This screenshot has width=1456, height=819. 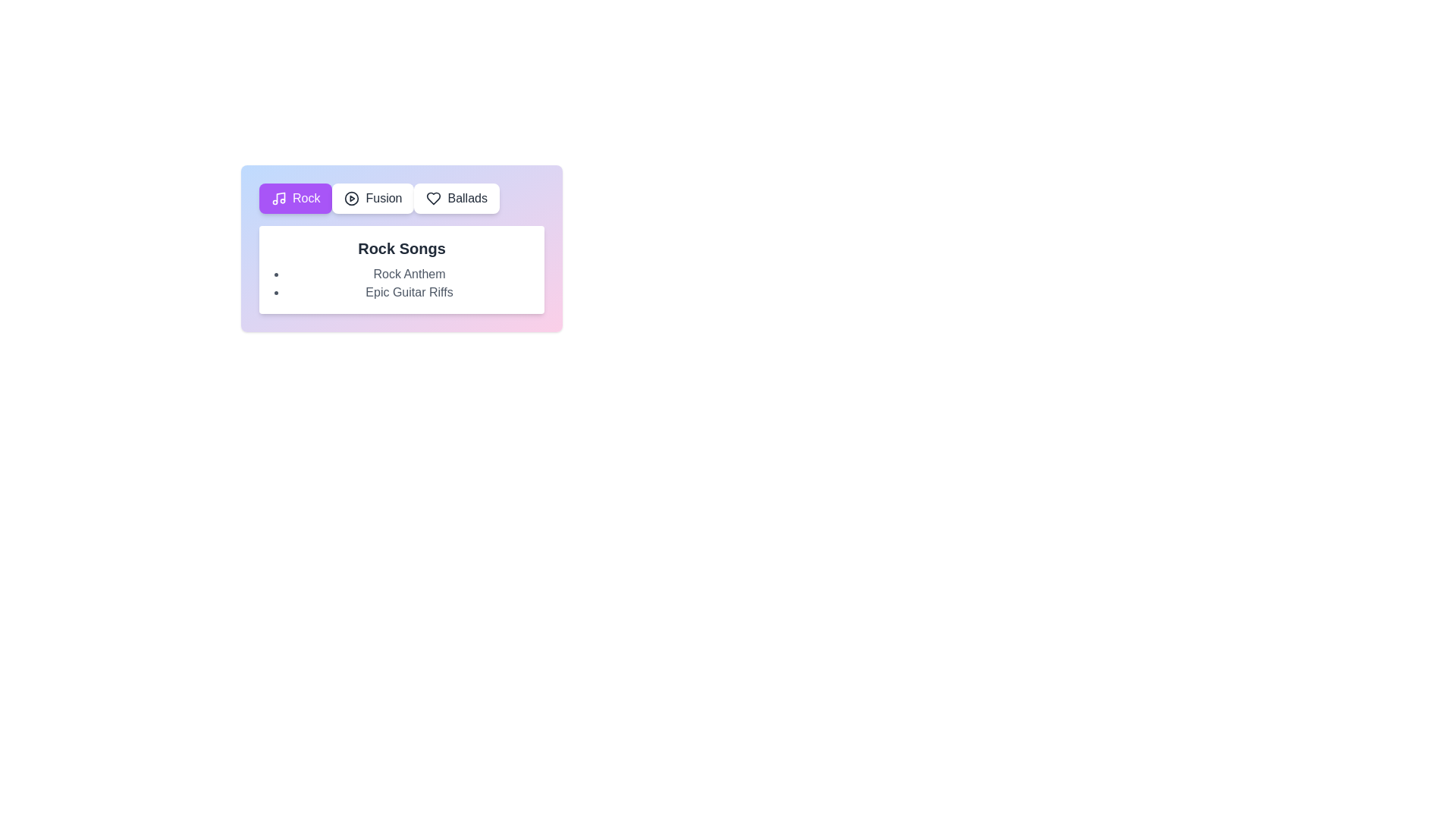 What do you see at coordinates (372, 198) in the screenshot?
I see `the genre tab labeled Fusion to view its songs` at bounding box center [372, 198].